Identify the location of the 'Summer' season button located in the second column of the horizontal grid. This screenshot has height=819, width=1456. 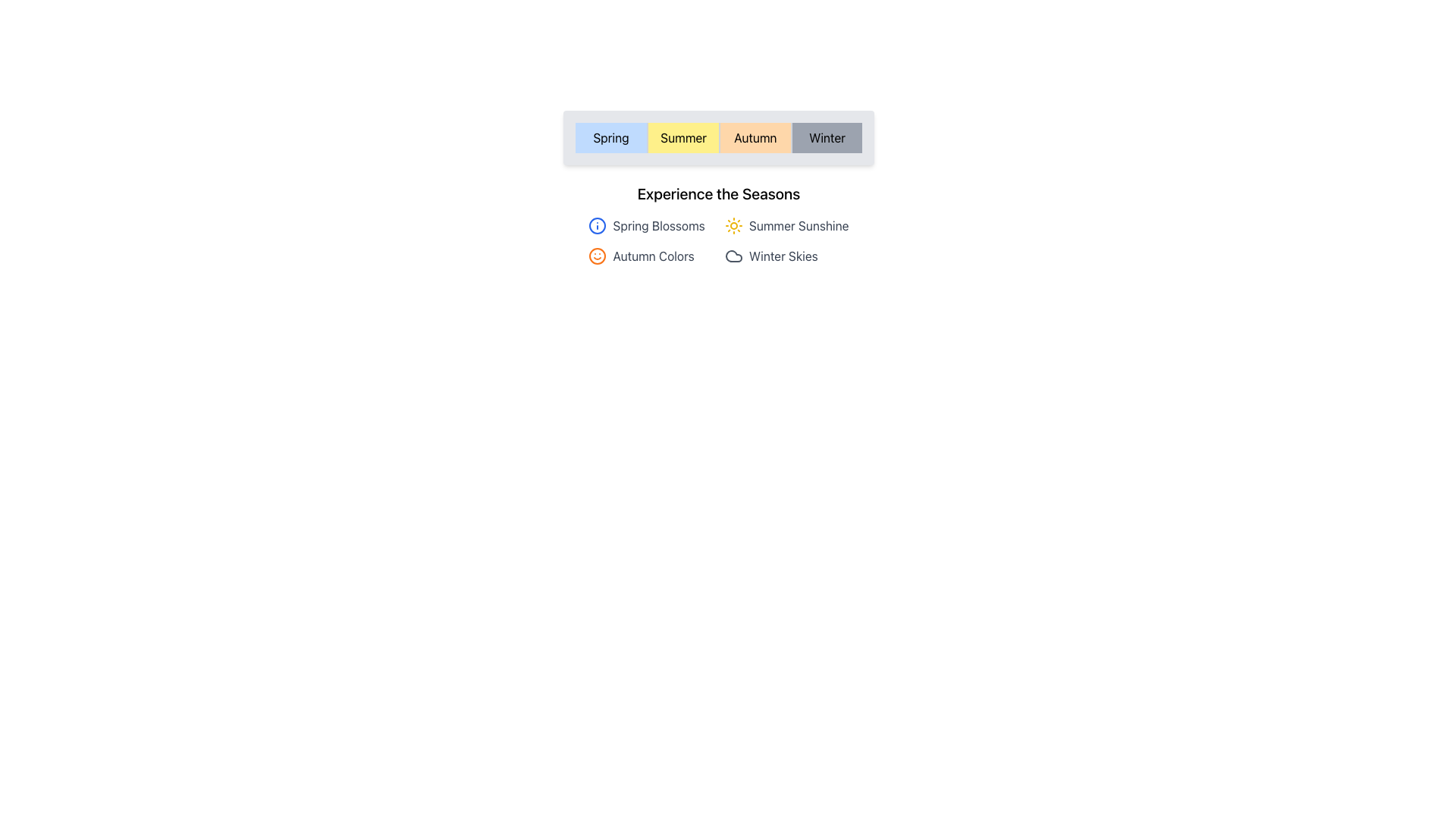
(682, 137).